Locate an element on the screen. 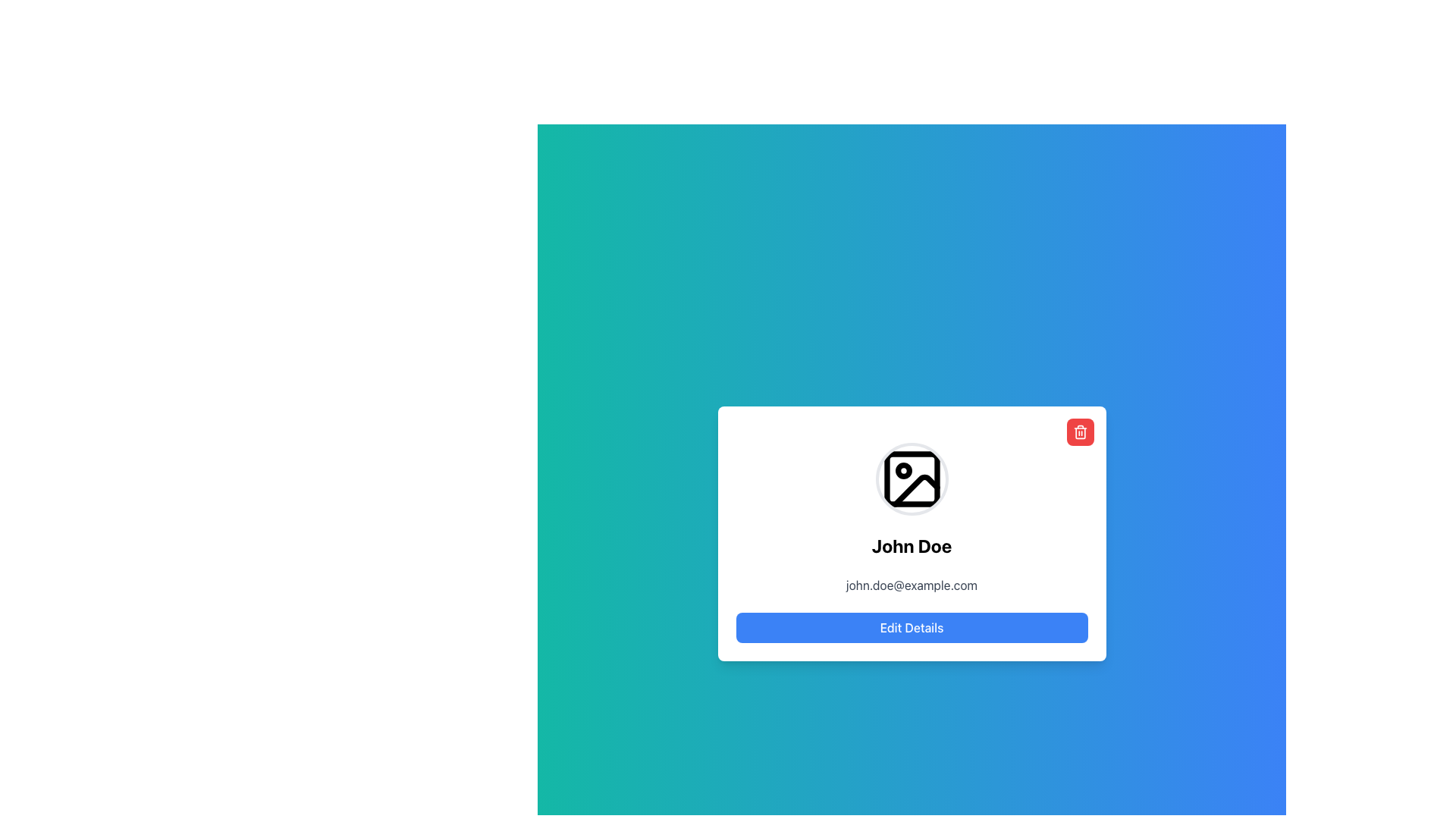  the blue rectangular button labeled 'Edit Details' to trigger visual feedback is located at coordinates (911, 628).